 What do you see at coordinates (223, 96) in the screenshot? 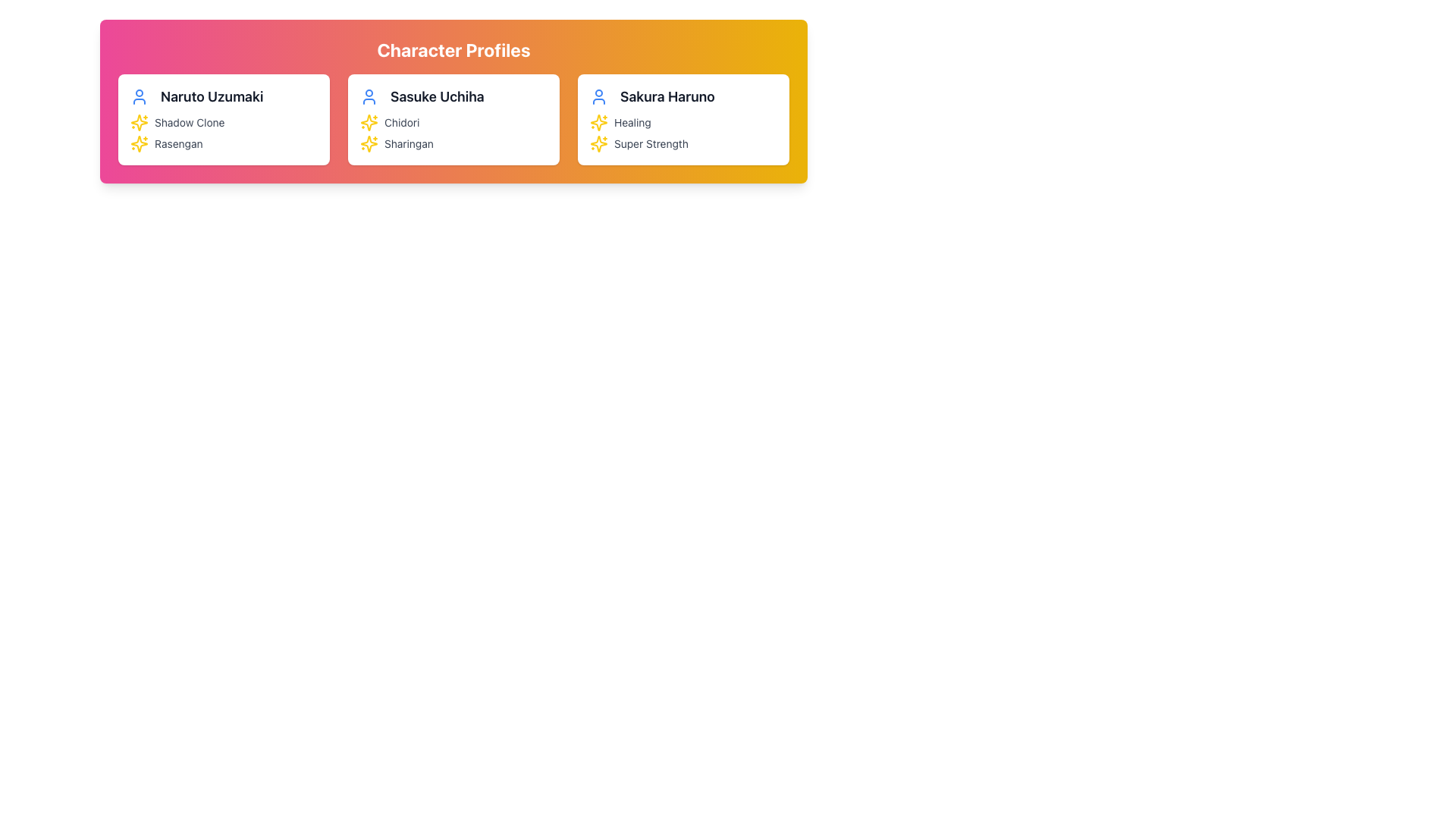
I see `the character name text 'Naruto Uzumaki' for potential interactions, located in the first profile of the 'Character Profiles' section` at bounding box center [223, 96].